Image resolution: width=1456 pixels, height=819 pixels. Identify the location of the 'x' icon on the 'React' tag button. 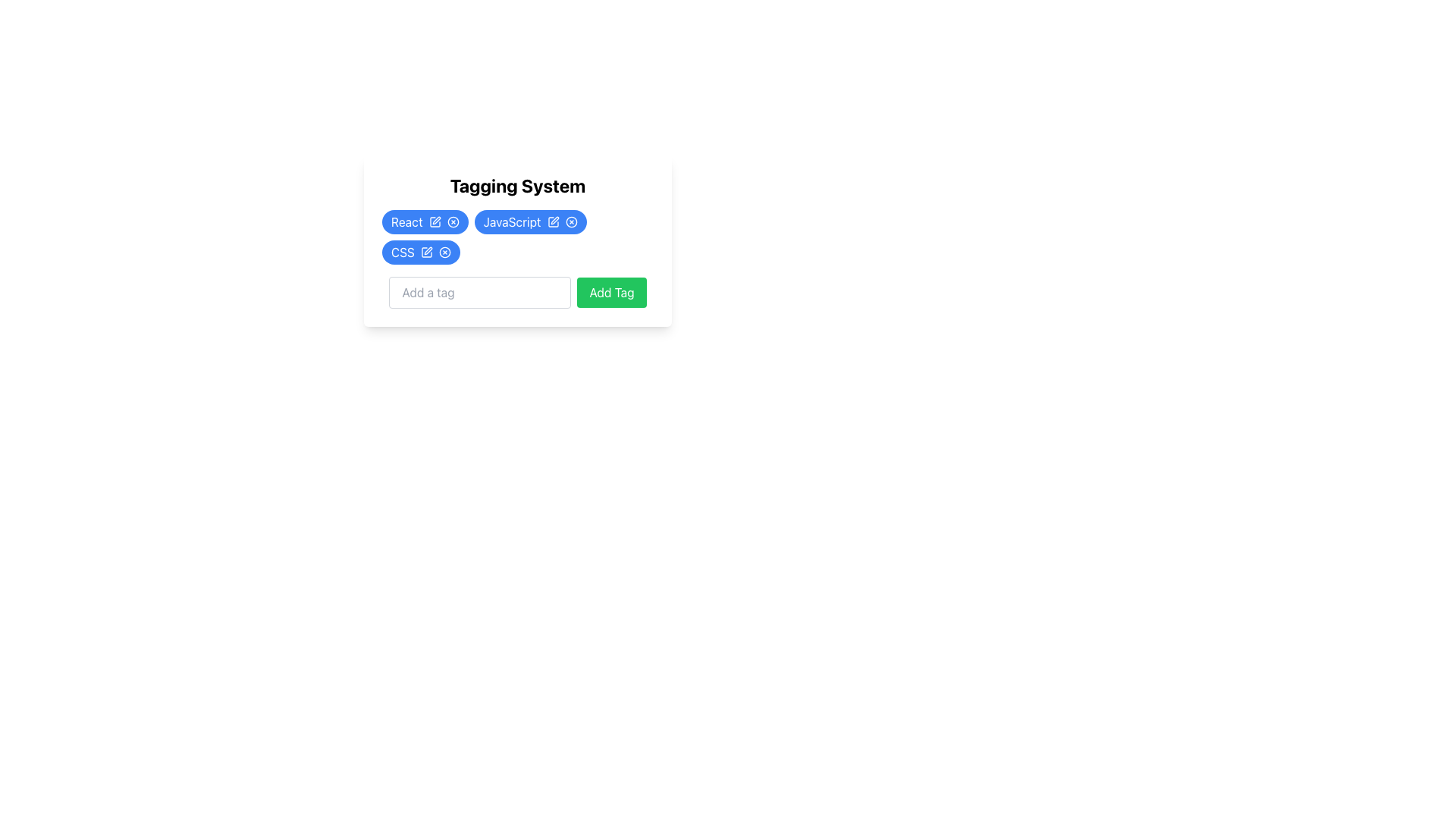
(425, 222).